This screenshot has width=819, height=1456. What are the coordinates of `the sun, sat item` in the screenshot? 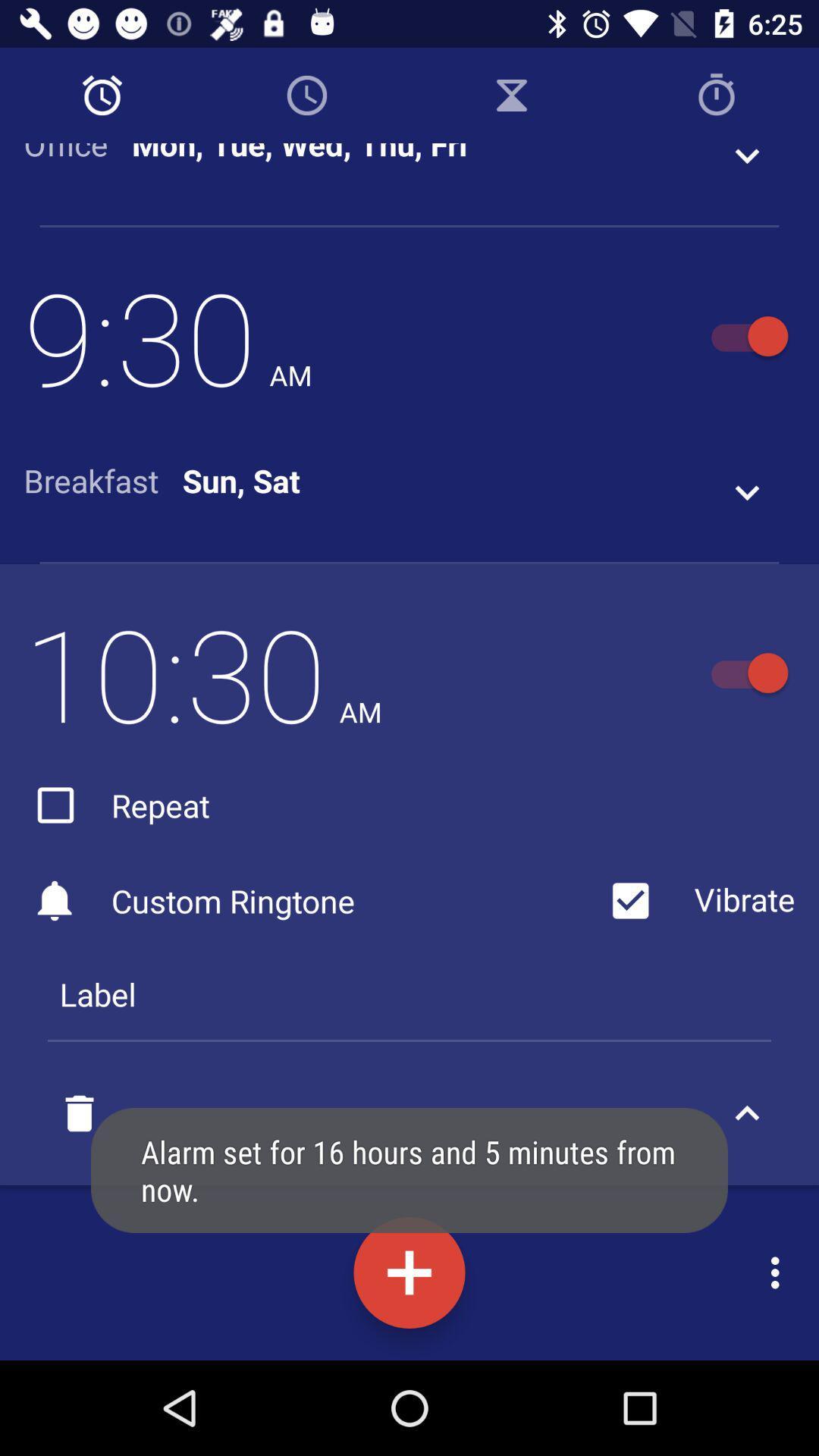 It's located at (240, 479).